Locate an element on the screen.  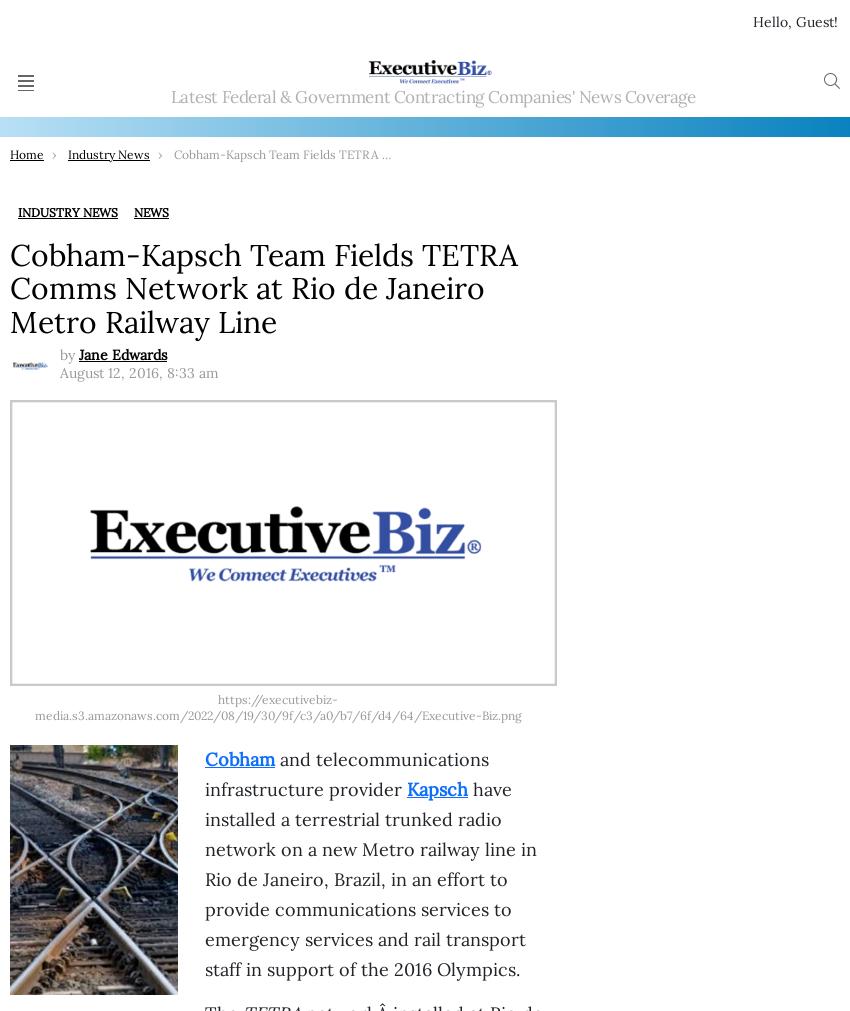
'SAP NS2 Develops Machine Learning Tool for Counterterrorism Missions; Mark Testoni Comments' is located at coordinates (425, 130).